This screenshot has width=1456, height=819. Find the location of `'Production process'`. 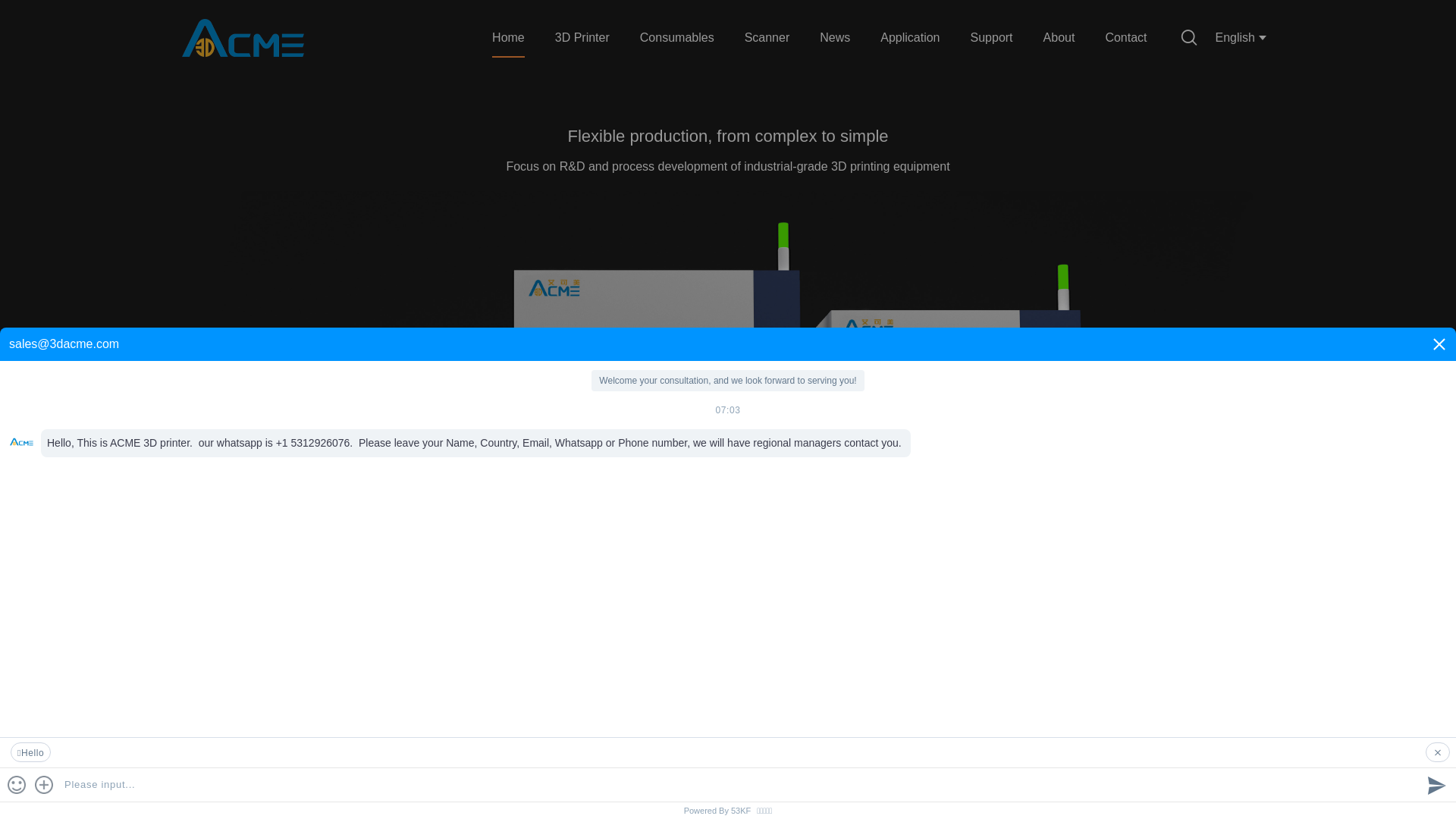

'Production process' is located at coordinates (1068, 780).